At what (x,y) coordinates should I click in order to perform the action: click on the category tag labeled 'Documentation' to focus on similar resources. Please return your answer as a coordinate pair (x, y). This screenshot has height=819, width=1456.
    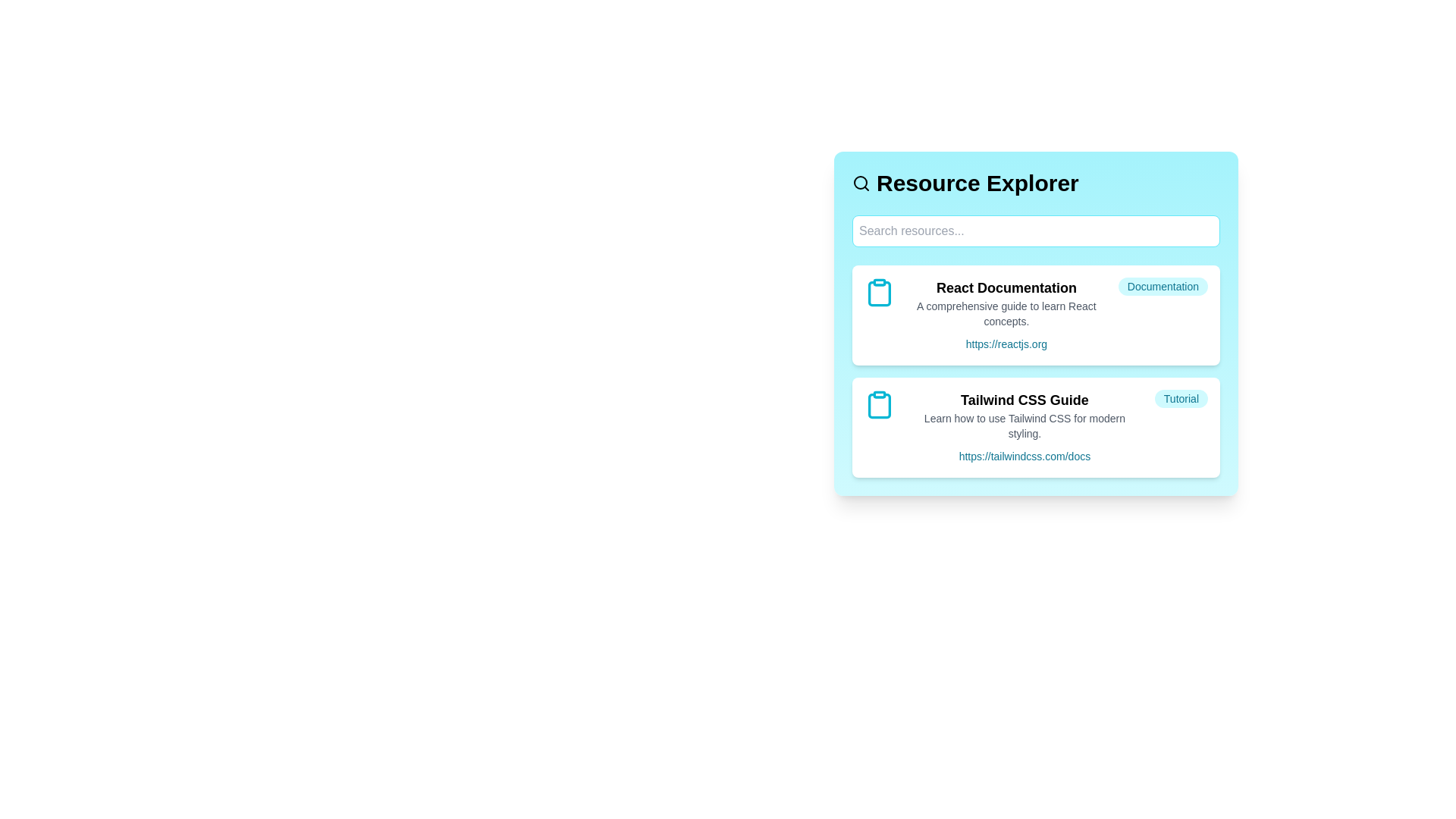
    Looking at the image, I should click on (1162, 287).